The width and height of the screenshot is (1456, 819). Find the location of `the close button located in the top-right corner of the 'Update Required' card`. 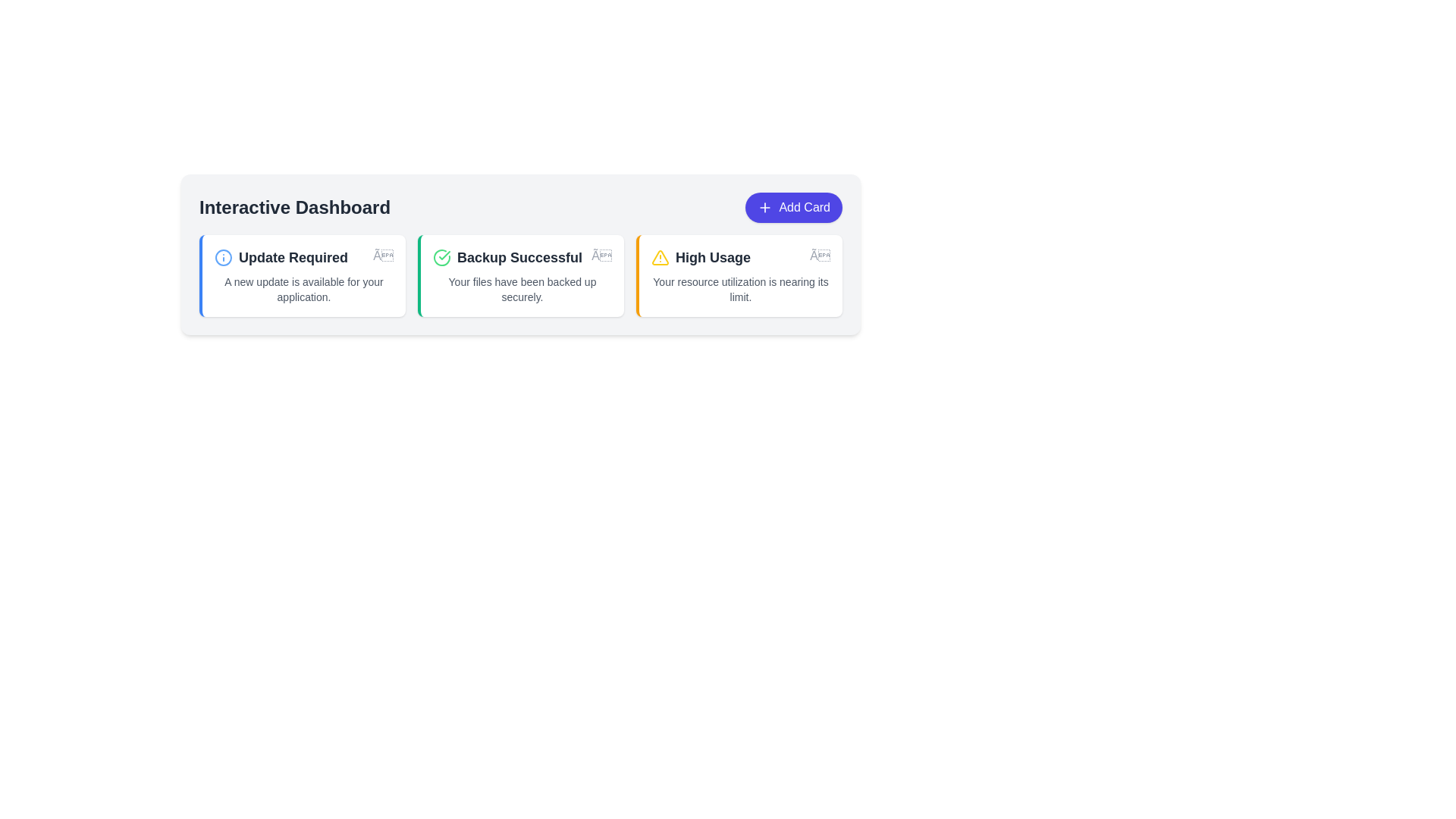

the close button located in the top-right corner of the 'Update Required' card is located at coordinates (383, 256).